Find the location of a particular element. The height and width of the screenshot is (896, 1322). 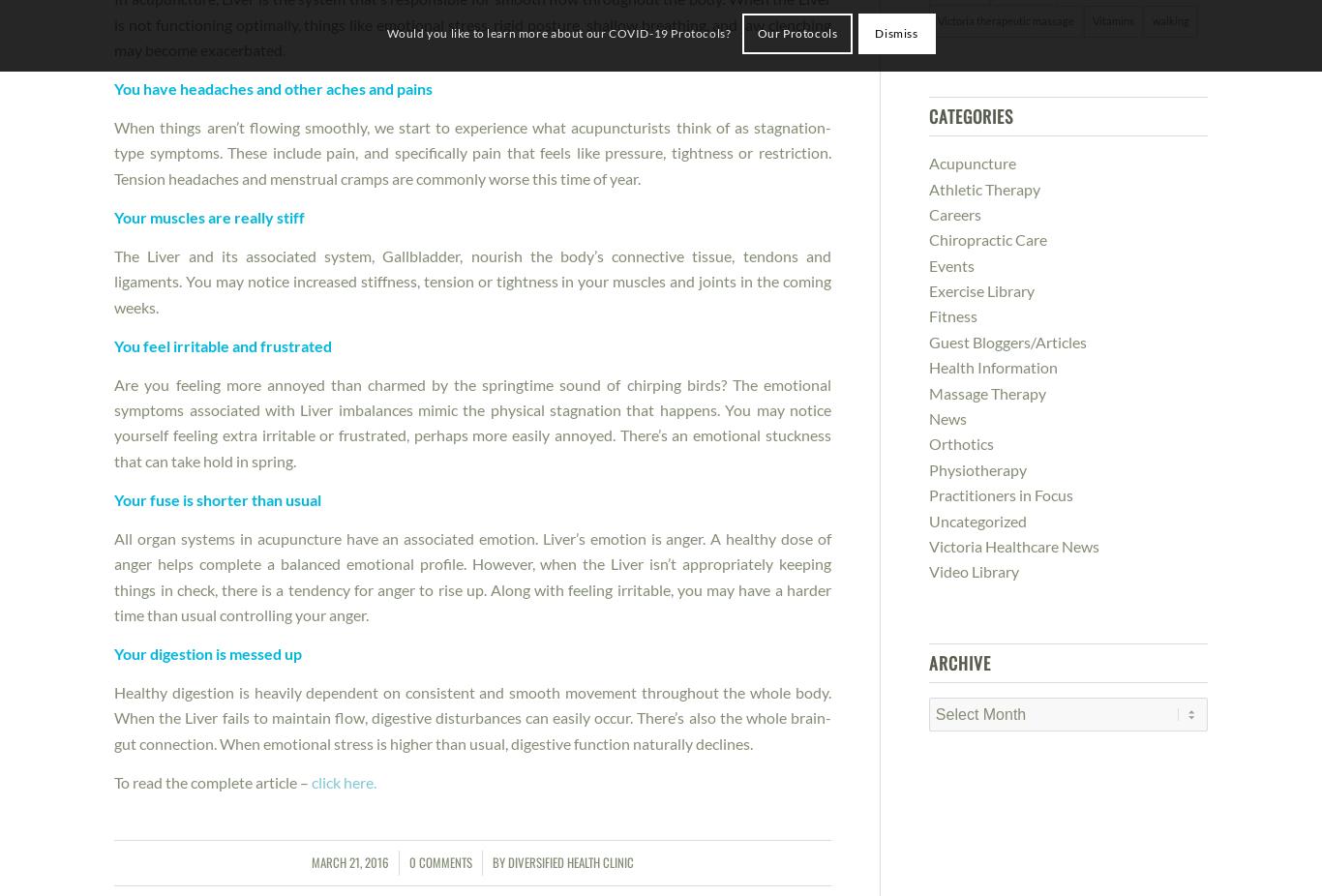

'Guest Bloggers/Articles' is located at coordinates (1006, 341).